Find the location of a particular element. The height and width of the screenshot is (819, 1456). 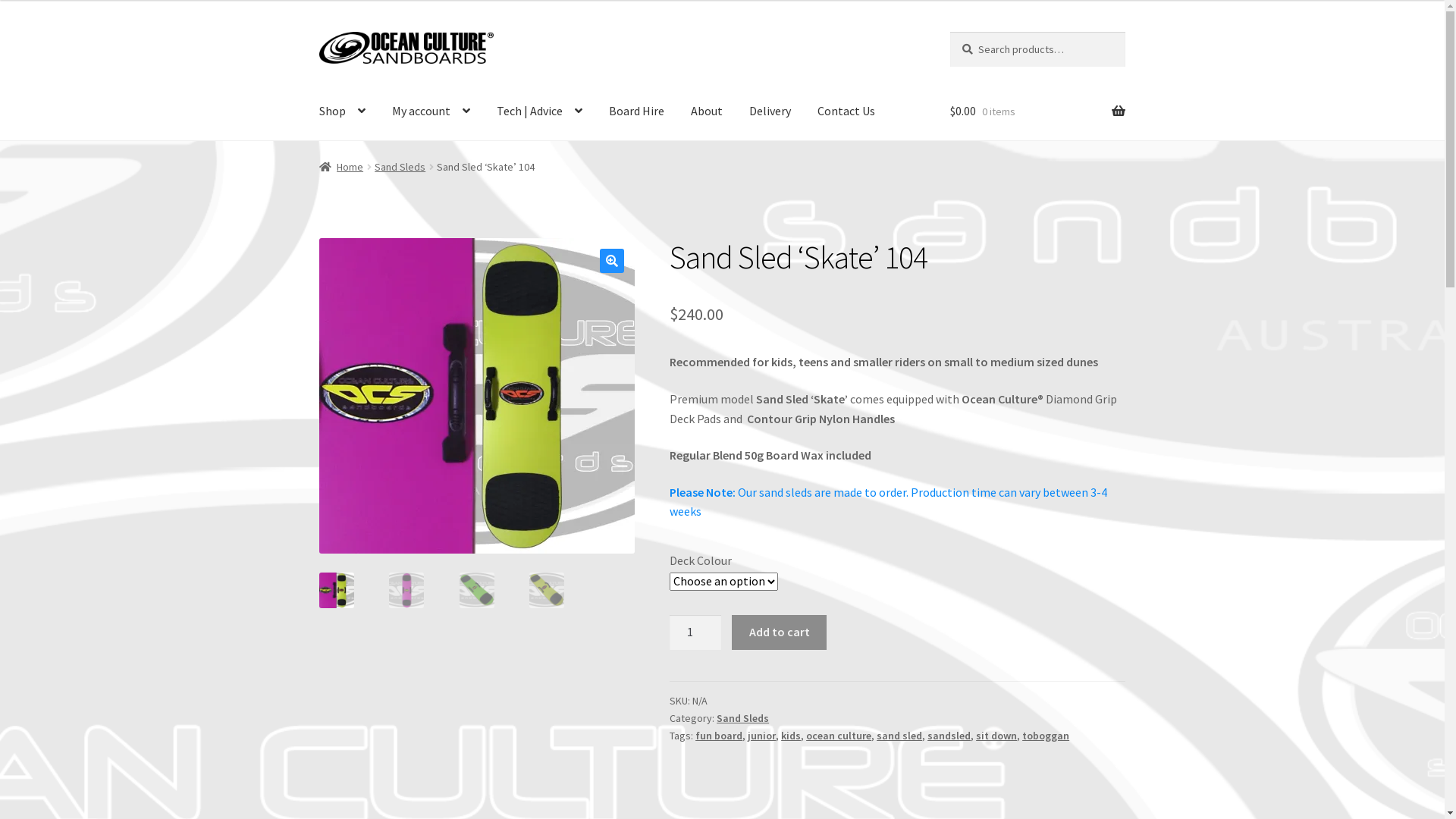

'Home' is located at coordinates (340, 166).